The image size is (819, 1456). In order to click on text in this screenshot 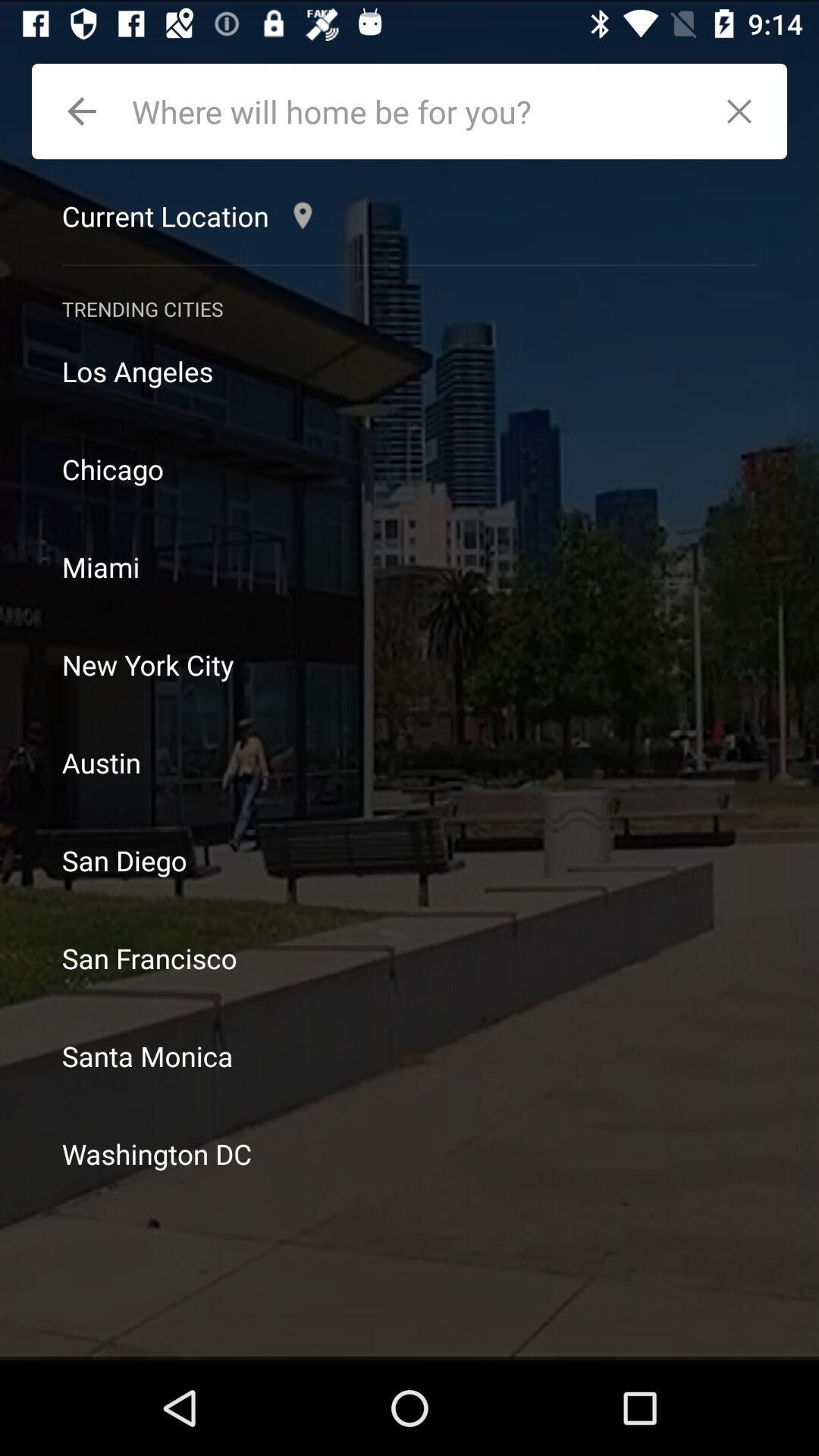, I will do `click(414, 111)`.